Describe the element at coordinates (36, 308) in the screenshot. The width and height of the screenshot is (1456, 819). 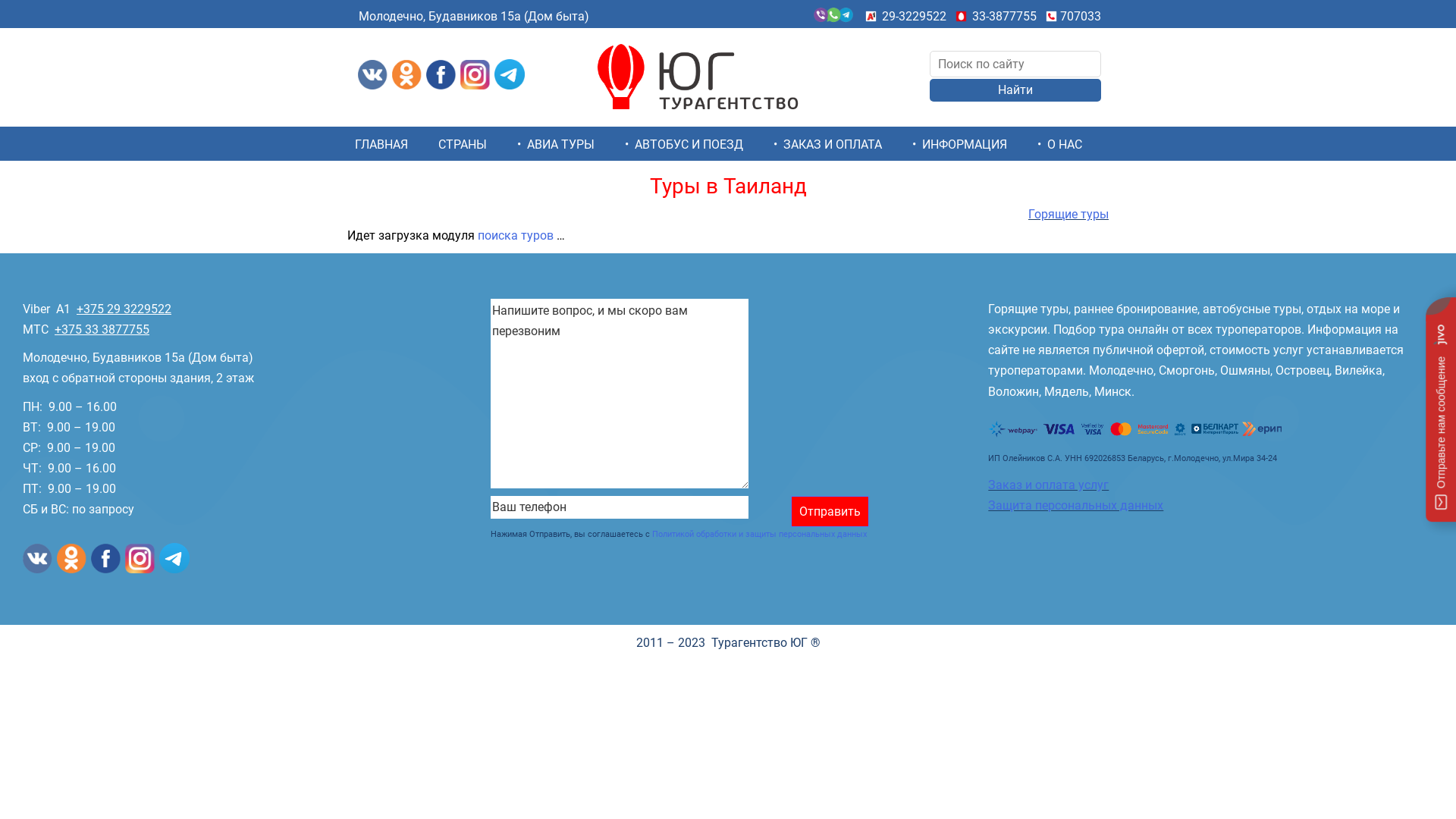
I see `'Viber'` at that location.